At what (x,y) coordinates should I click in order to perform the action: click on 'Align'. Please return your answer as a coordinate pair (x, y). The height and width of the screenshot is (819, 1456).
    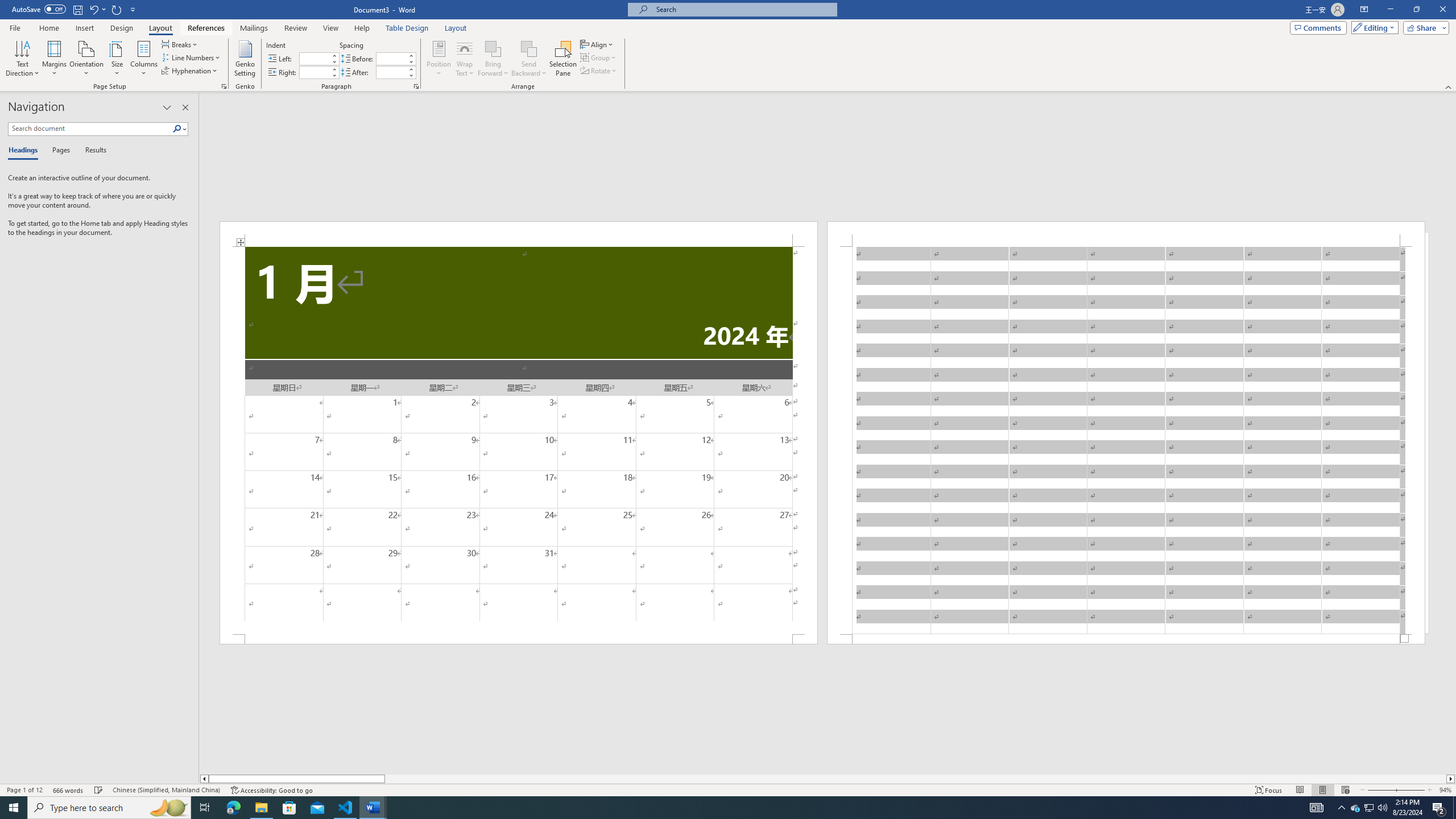
    Looking at the image, I should click on (597, 44).